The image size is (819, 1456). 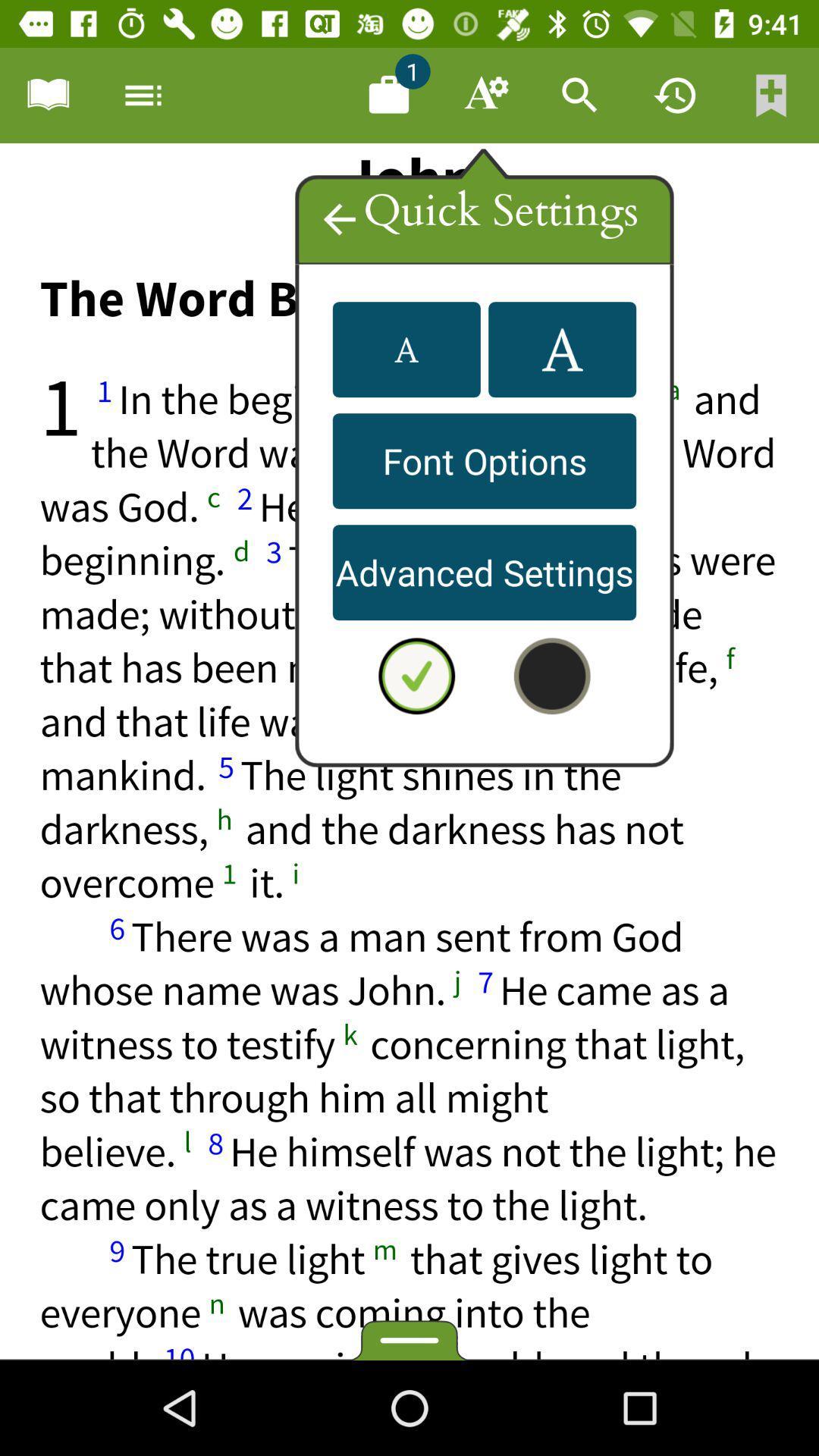 What do you see at coordinates (416, 675) in the screenshot?
I see `ok for settings` at bounding box center [416, 675].